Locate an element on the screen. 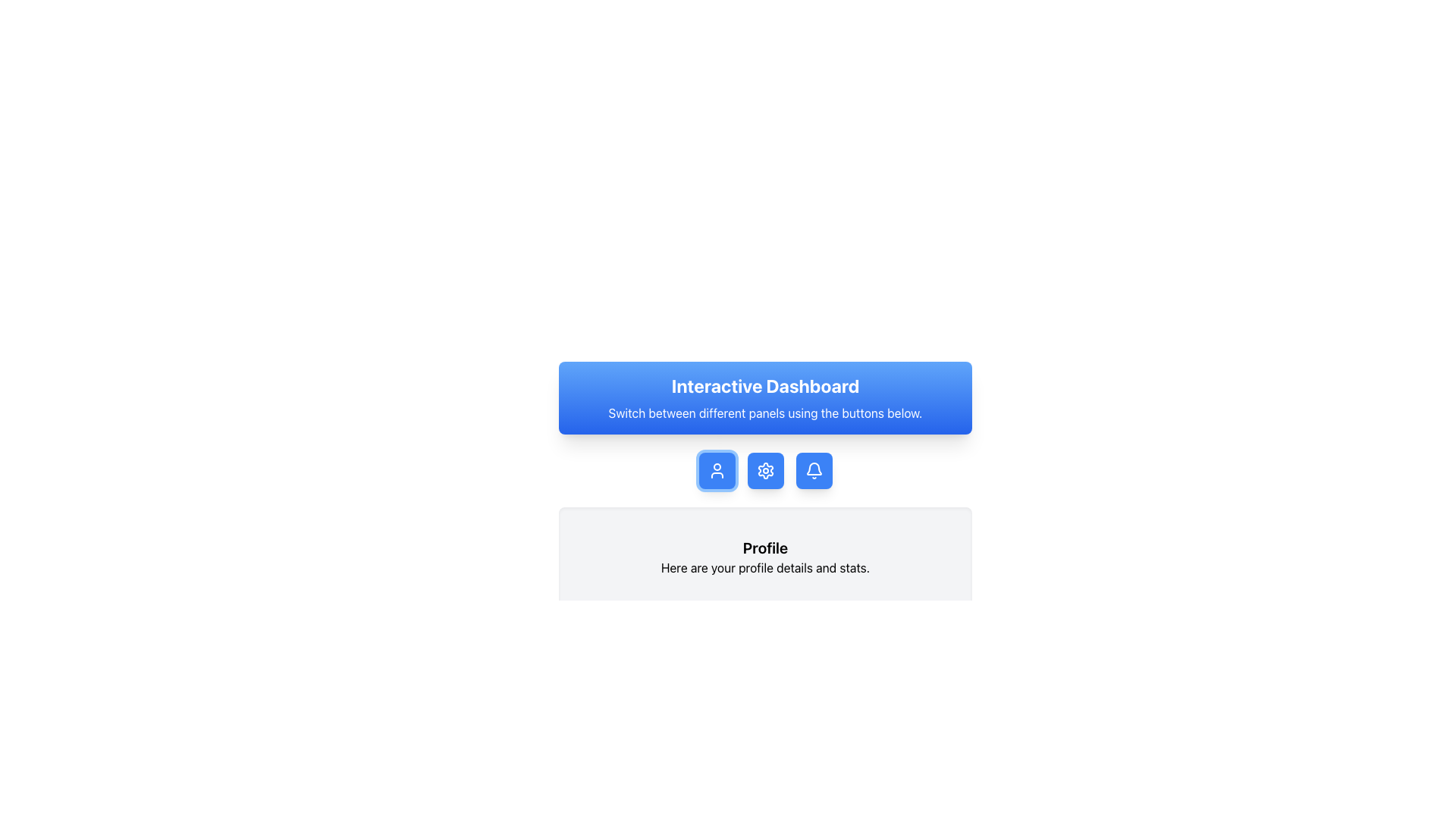 The width and height of the screenshot is (1456, 819). the middle Icon button located in the horizontal row under 'Interactive Dashboard' is located at coordinates (765, 470).